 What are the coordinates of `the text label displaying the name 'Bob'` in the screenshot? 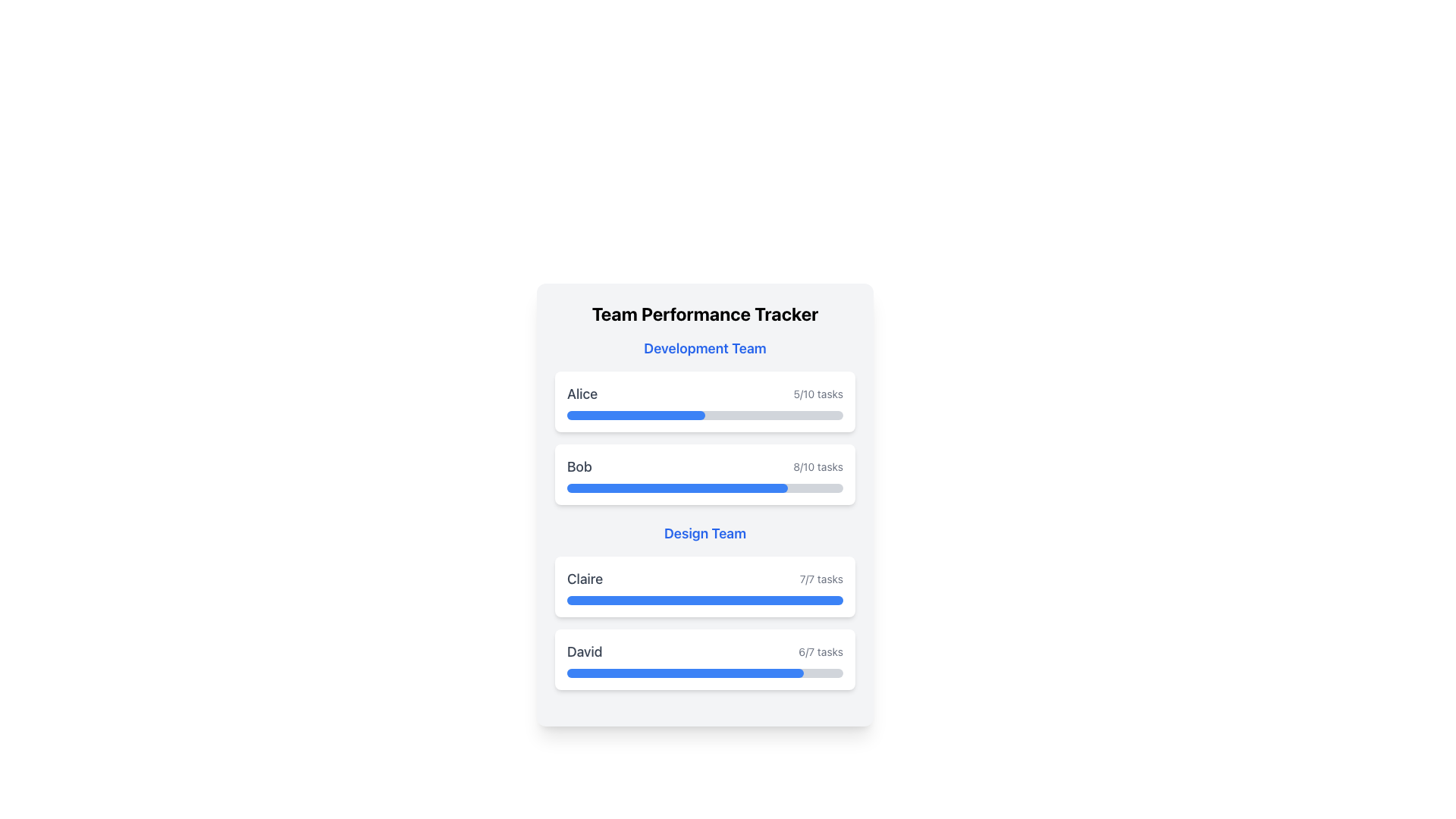 It's located at (579, 466).